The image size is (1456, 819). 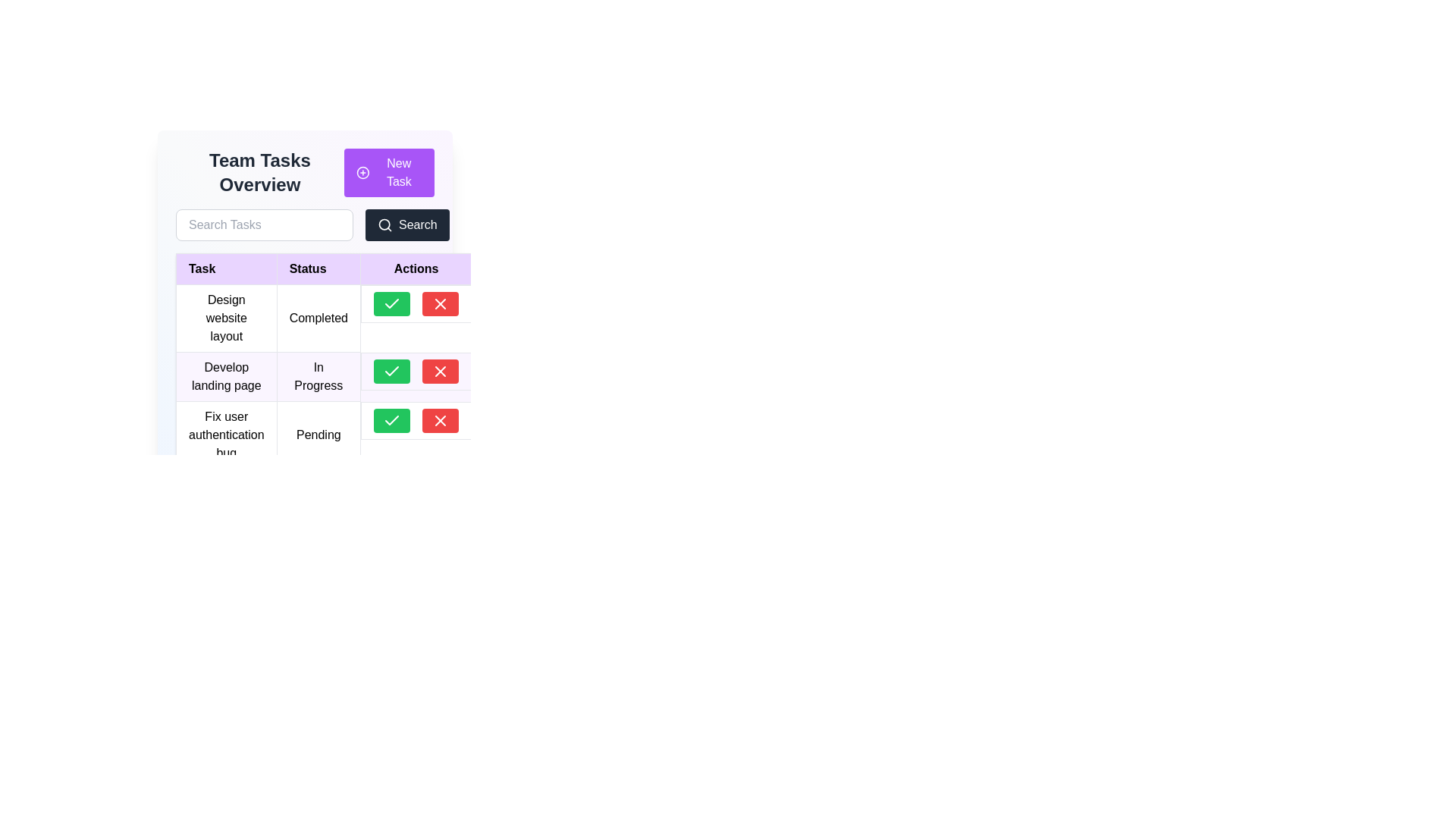 I want to click on the text label displaying the phrase 'Design website layout' located in the first row under the 'Task' heading, so click(x=225, y=318).